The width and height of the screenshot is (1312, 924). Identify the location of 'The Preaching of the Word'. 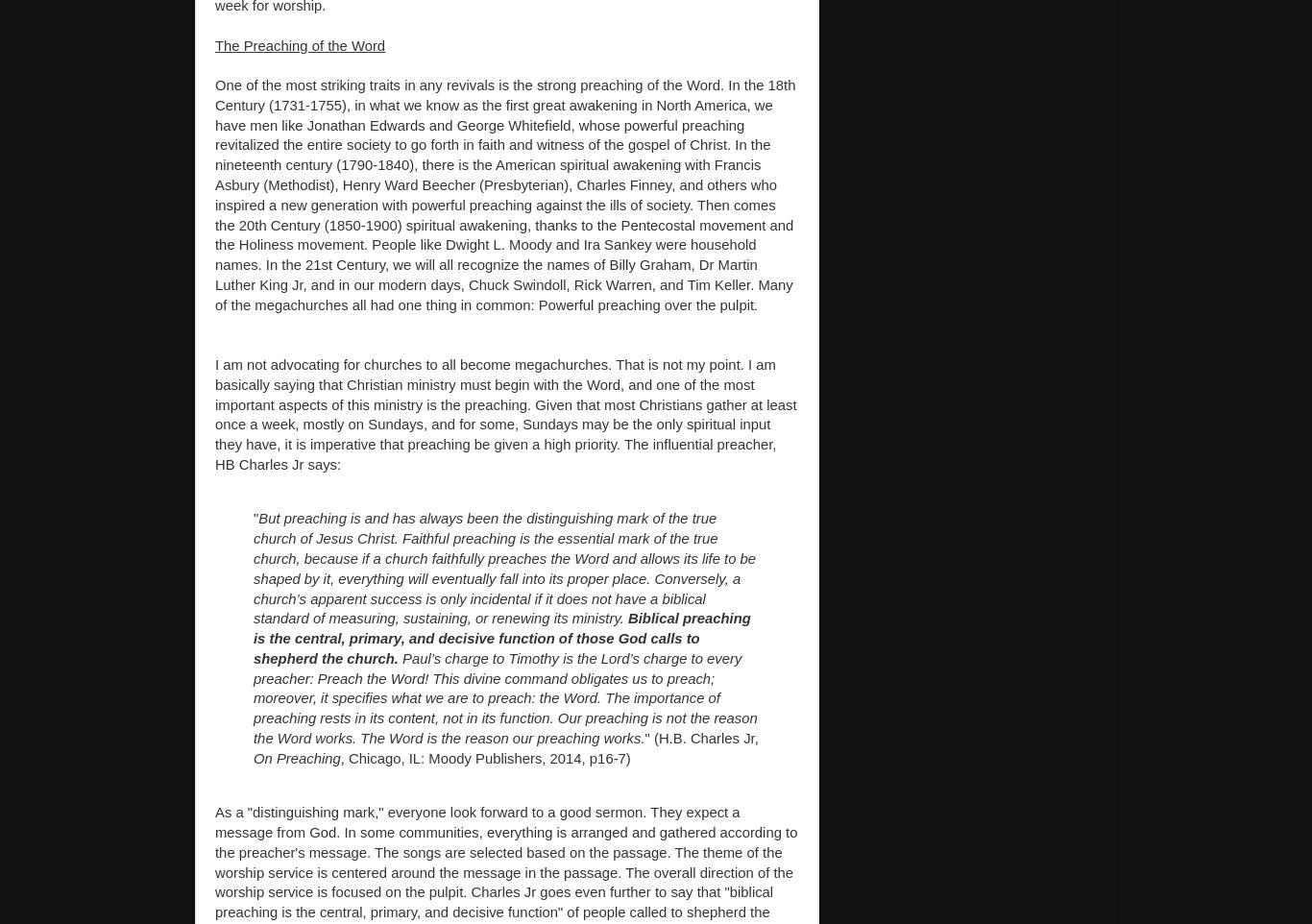
(214, 44).